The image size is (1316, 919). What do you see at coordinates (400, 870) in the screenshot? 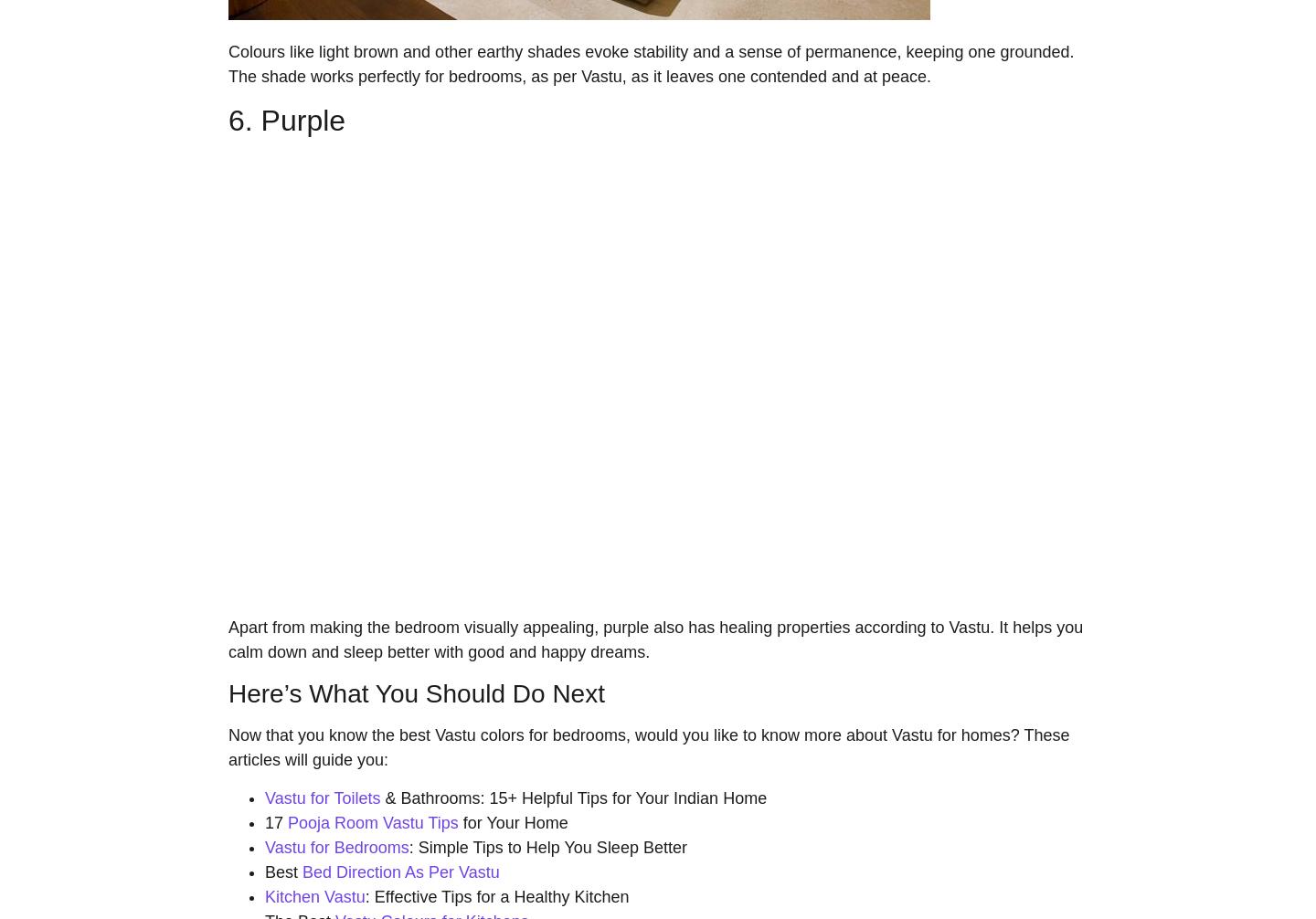
I see `'Bed Direction As Per Vastu'` at bounding box center [400, 870].